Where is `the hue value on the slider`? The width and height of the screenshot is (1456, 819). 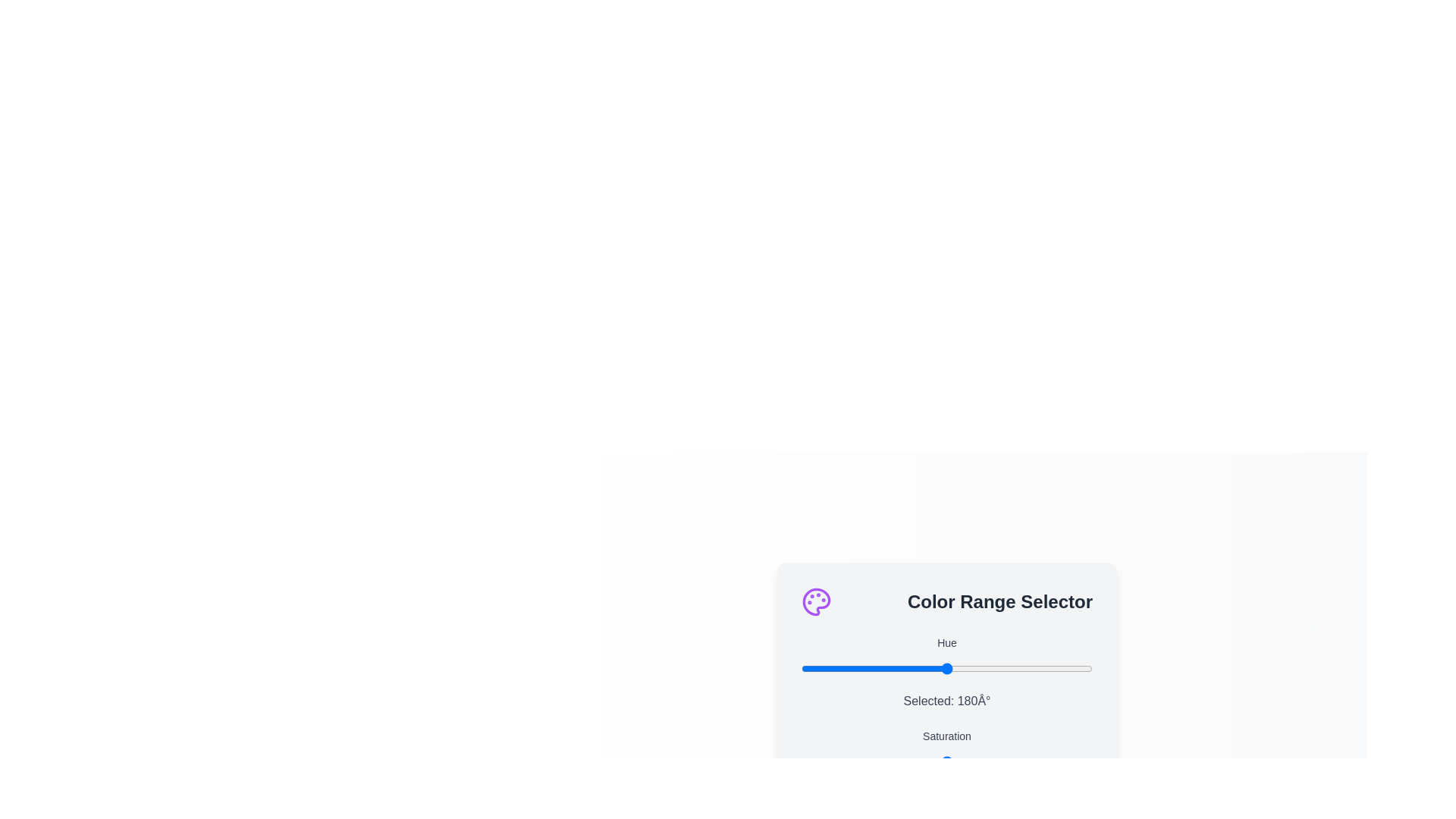 the hue value on the slider is located at coordinates (1064, 667).